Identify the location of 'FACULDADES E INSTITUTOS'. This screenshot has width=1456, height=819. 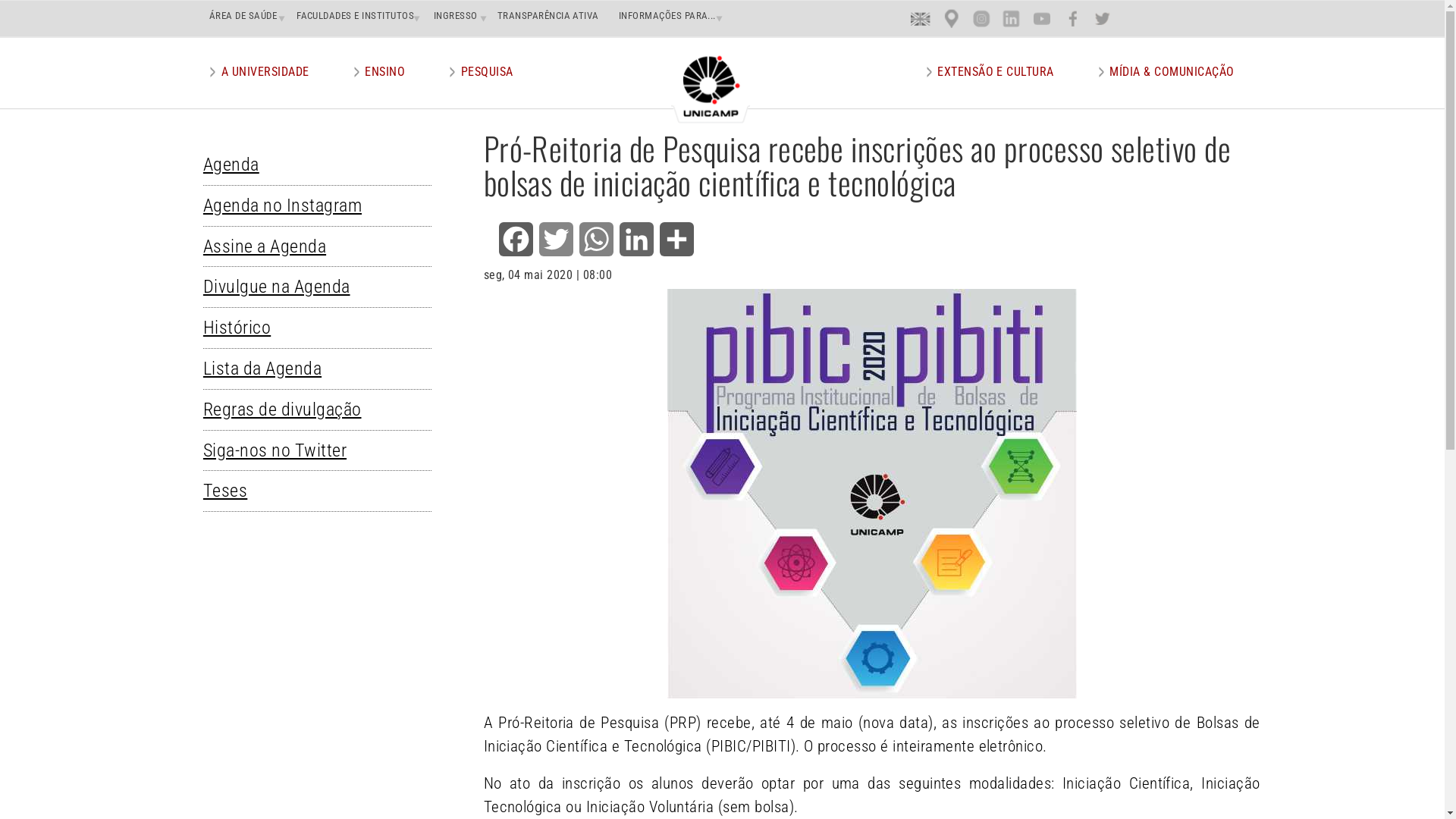
(290, 15).